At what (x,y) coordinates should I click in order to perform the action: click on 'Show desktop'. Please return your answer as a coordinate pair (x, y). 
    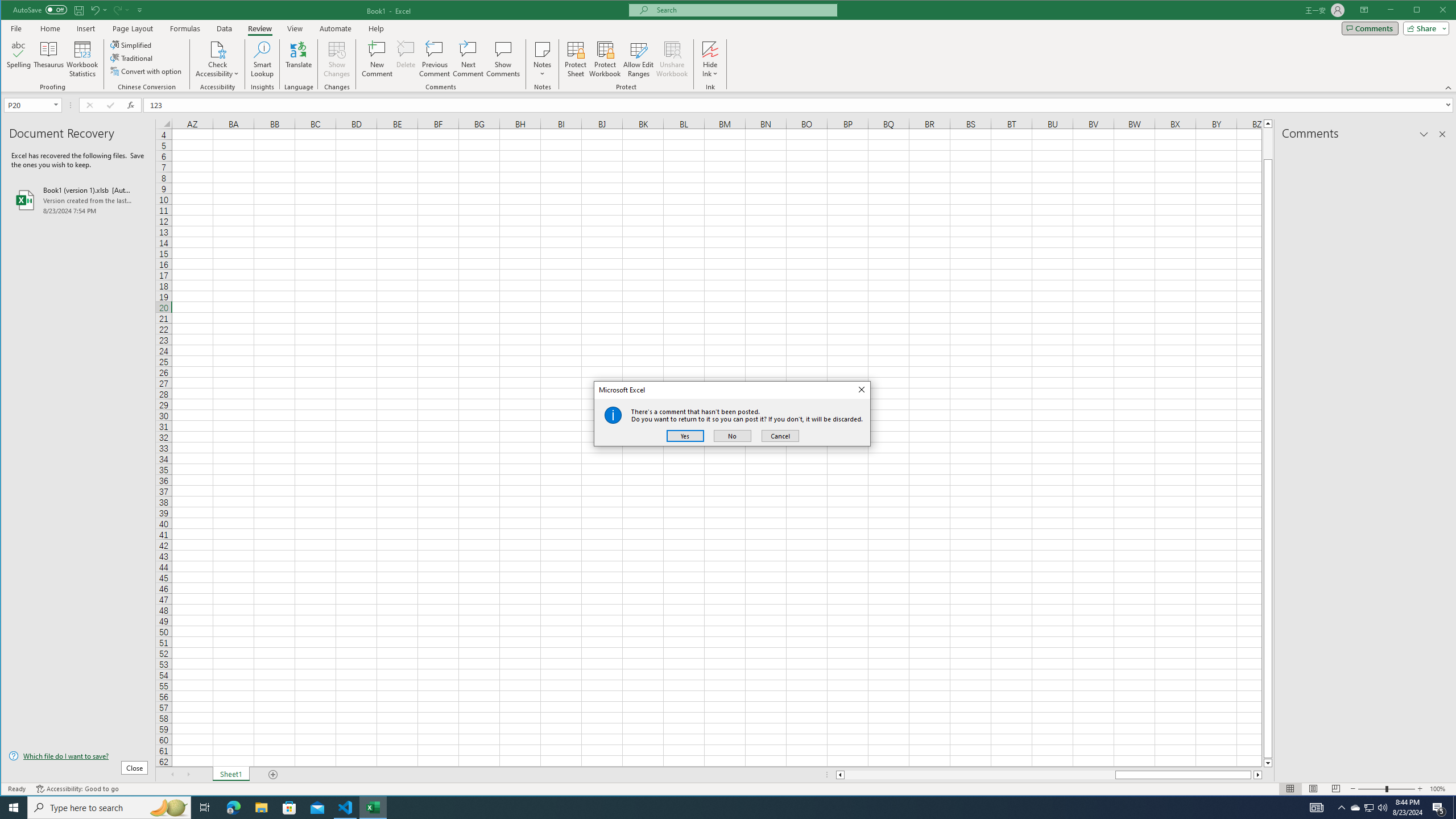
    Looking at the image, I should click on (1454, 806).